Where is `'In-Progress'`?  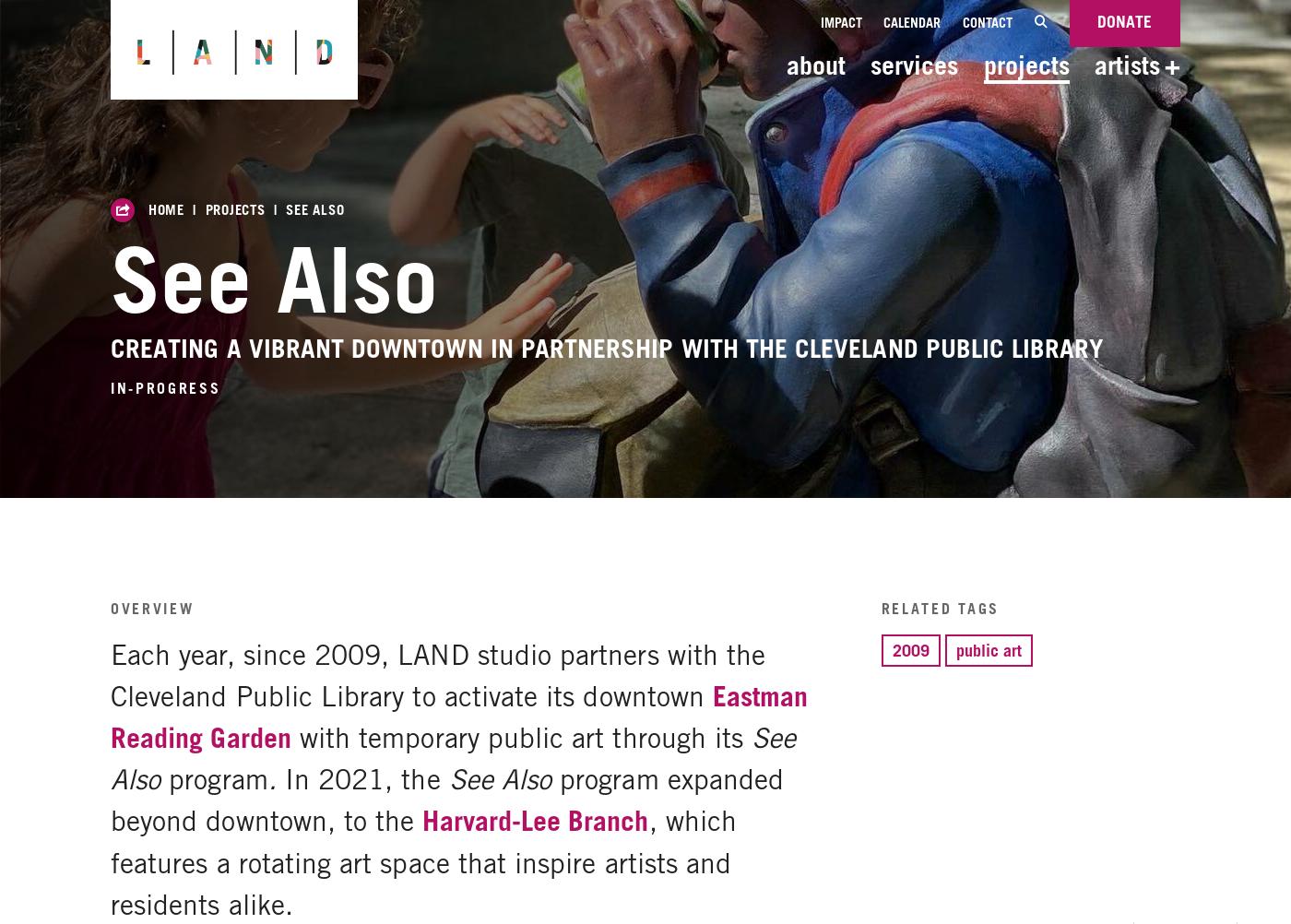 'In-Progress' is located at coordinates (165, 386).